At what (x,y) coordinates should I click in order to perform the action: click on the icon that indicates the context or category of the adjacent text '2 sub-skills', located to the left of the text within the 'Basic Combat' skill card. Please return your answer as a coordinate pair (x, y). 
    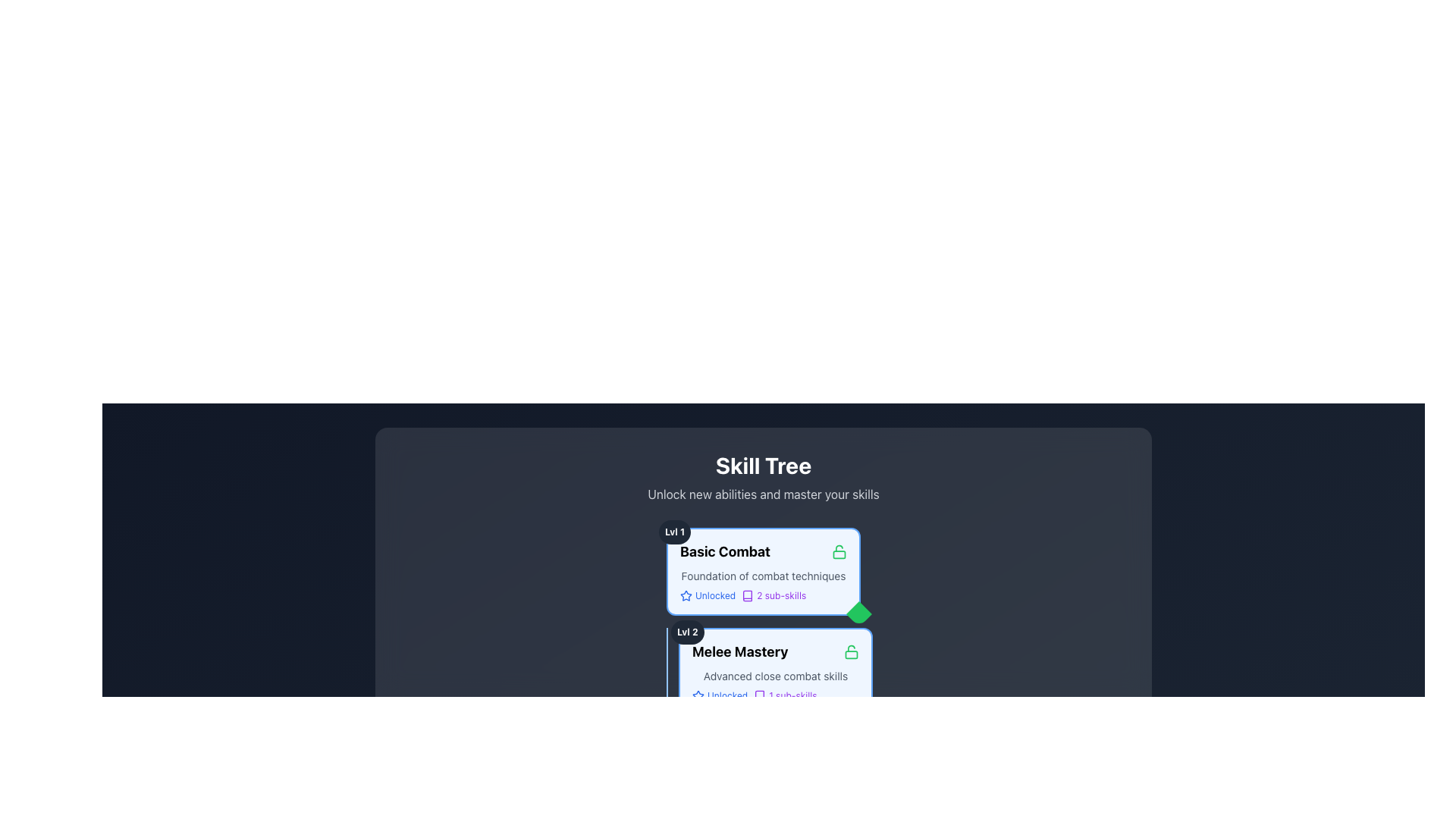
    Looking at the image, I should click on (748, 595).